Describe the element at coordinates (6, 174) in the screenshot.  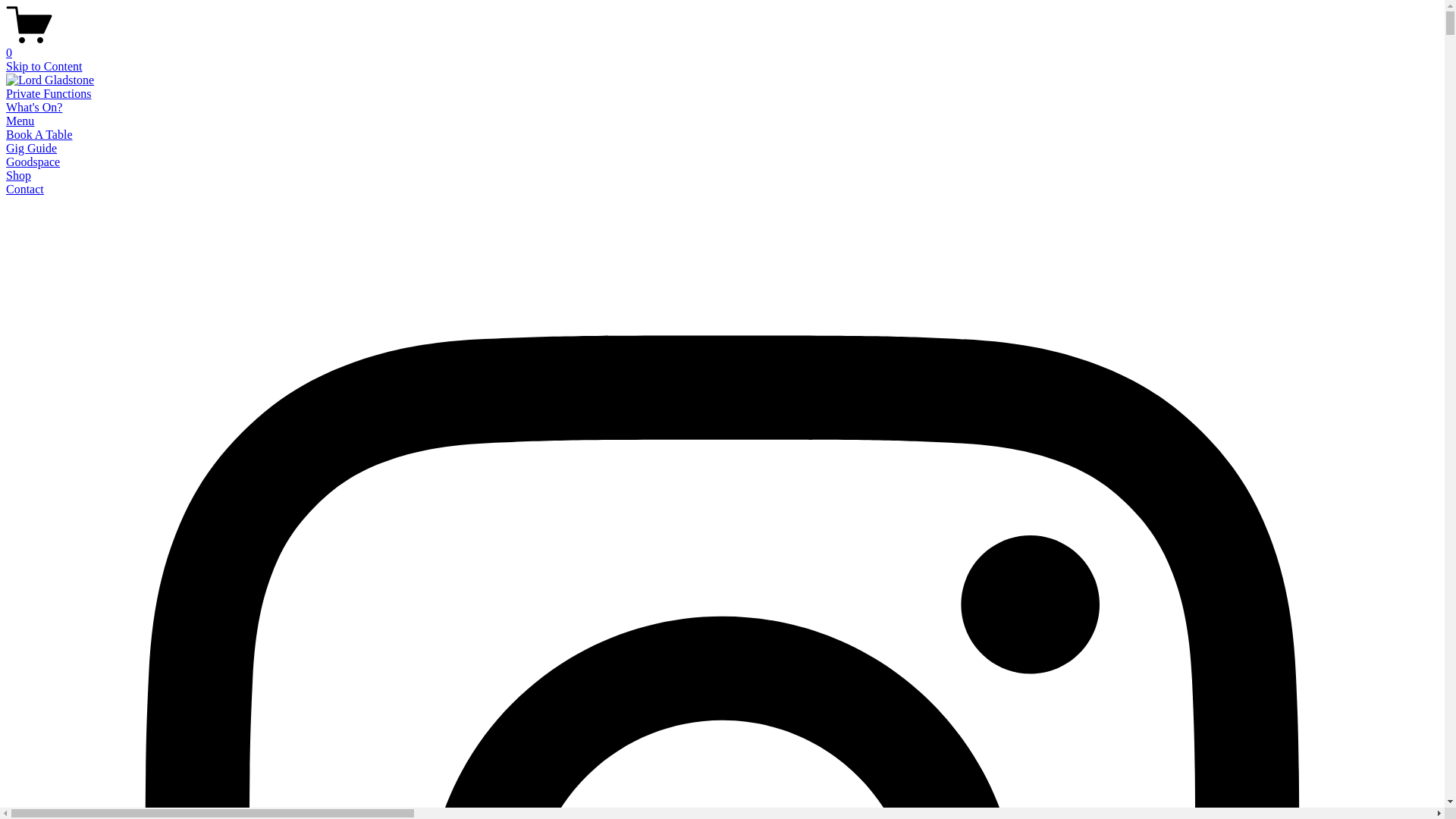
I see `'Shop'` at that location.